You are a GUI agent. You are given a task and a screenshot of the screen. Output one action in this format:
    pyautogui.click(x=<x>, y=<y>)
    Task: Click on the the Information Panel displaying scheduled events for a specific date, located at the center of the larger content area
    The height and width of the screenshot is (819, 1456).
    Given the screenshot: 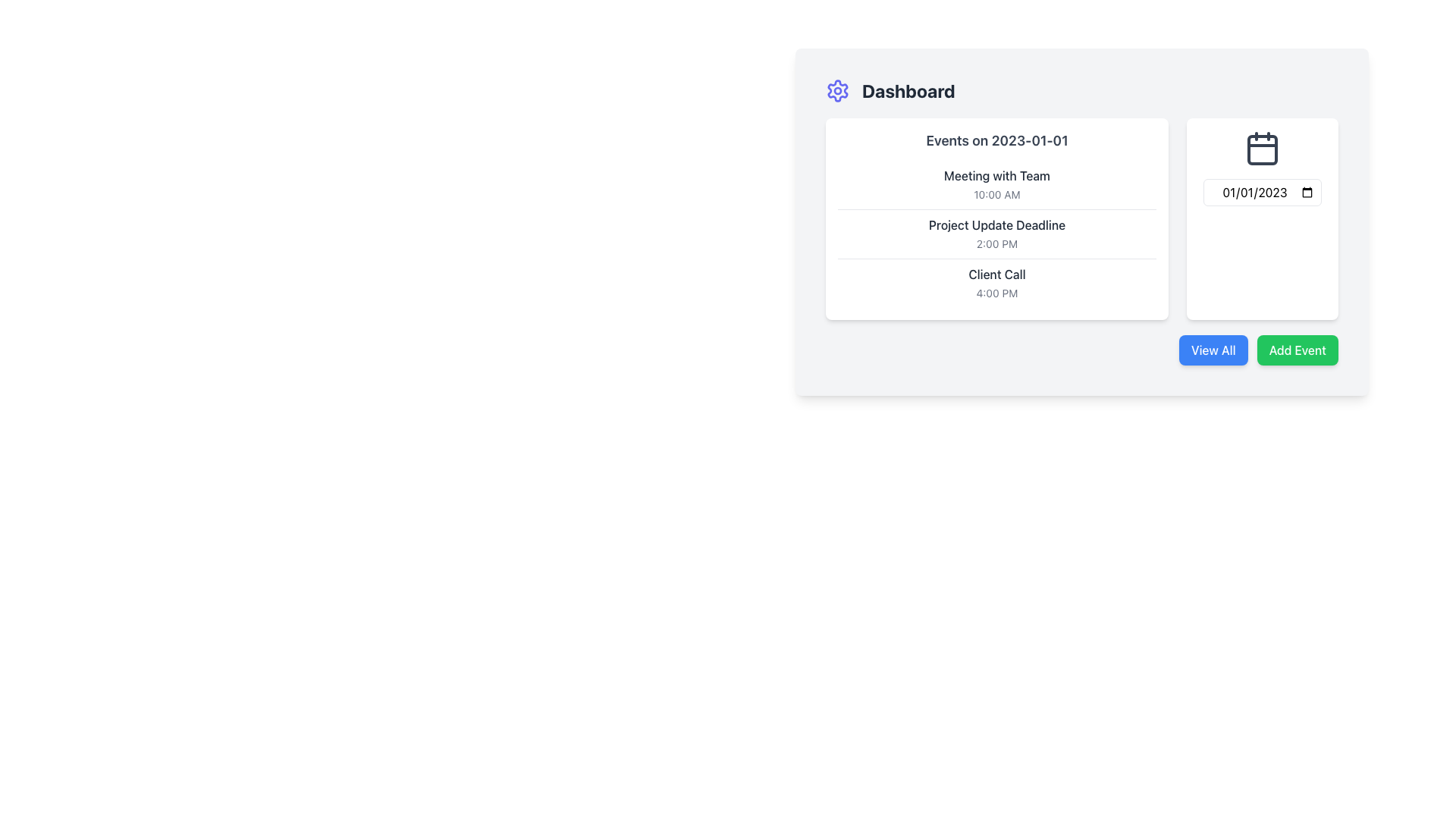 What is the action you would take?
    pyautogui.click(x=997, y=219)
    